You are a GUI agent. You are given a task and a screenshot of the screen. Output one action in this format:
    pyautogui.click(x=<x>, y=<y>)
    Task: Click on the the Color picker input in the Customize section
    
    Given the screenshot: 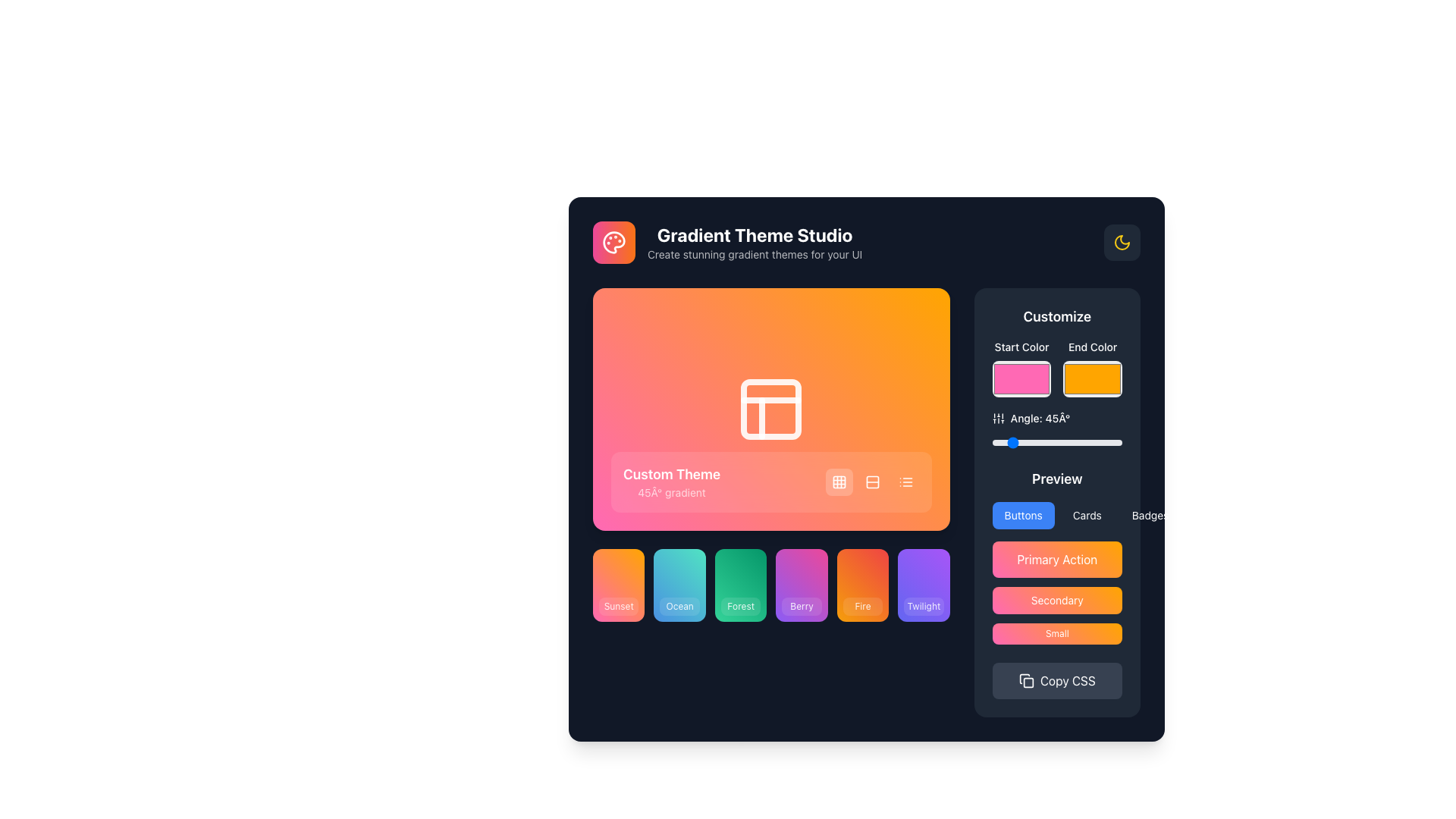 What is the action you would take?
    pyautogui.click(x=1021, y=369)
    